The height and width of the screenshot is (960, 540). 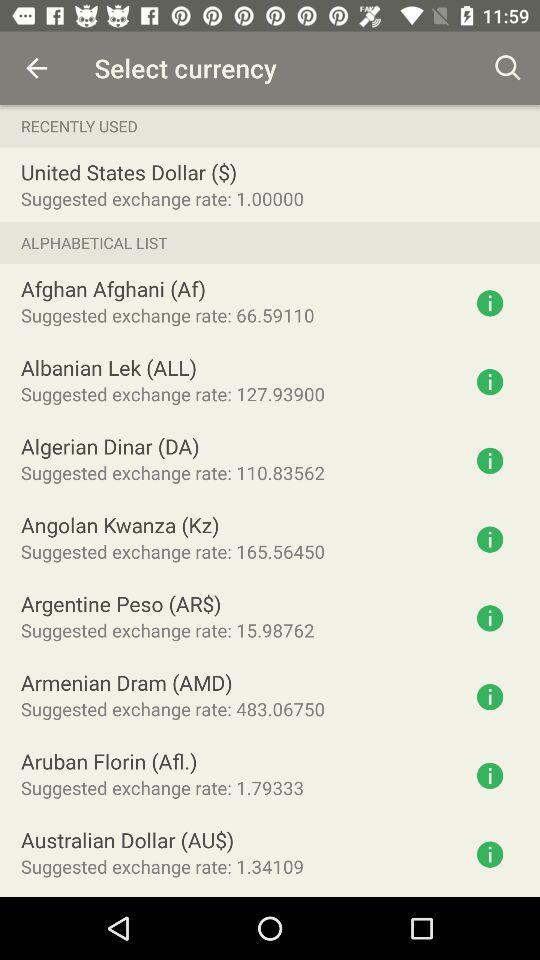 What do you see at coordinates (489, 303) in the screenshot?
I see `click more information button` at bounding box center [489, 303].